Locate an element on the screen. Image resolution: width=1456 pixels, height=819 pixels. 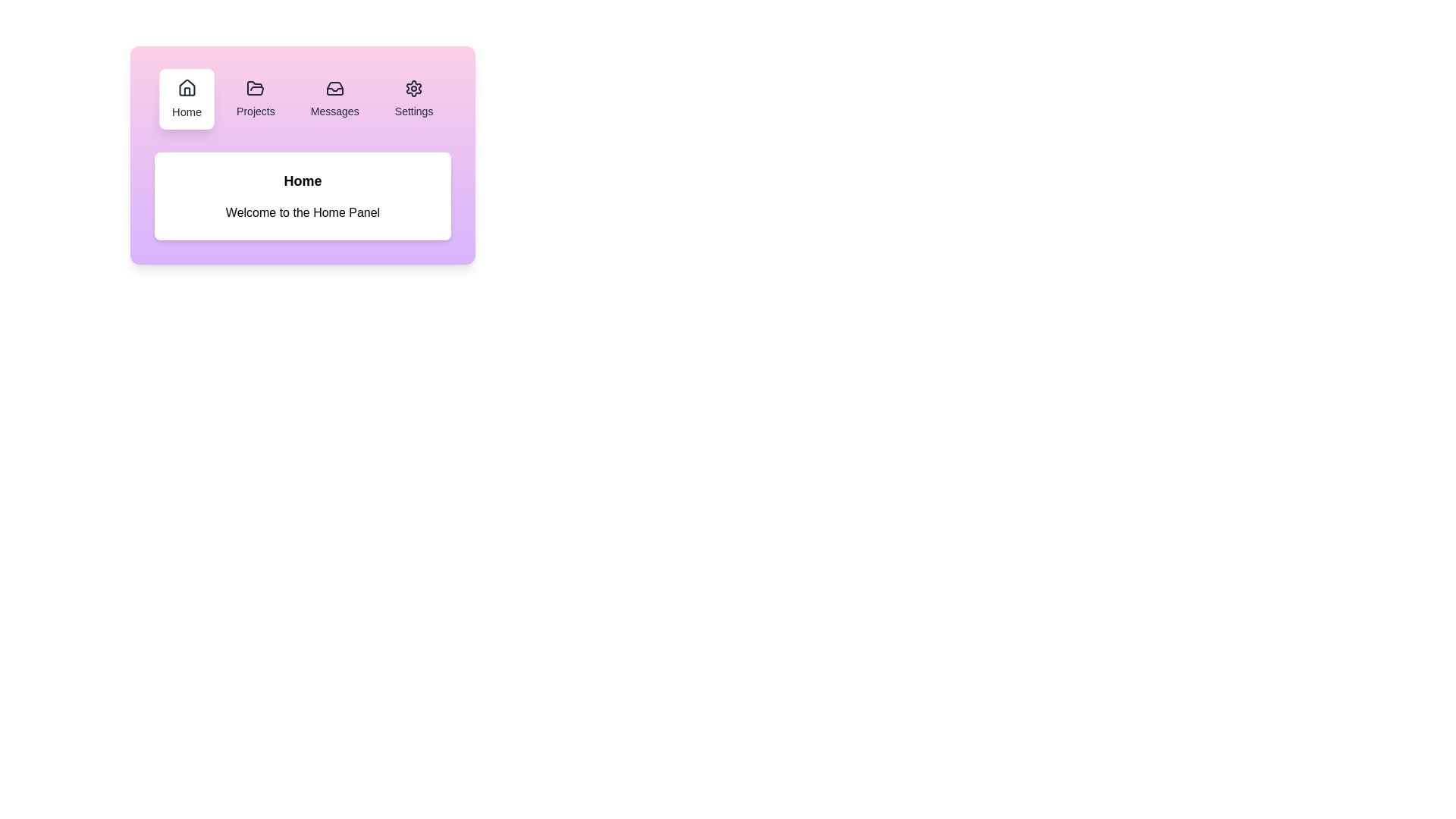
the 'Projects' button, which is a vertically-oriented button with a folder icon and soft rounded corners is located at coordinates (256, 99).